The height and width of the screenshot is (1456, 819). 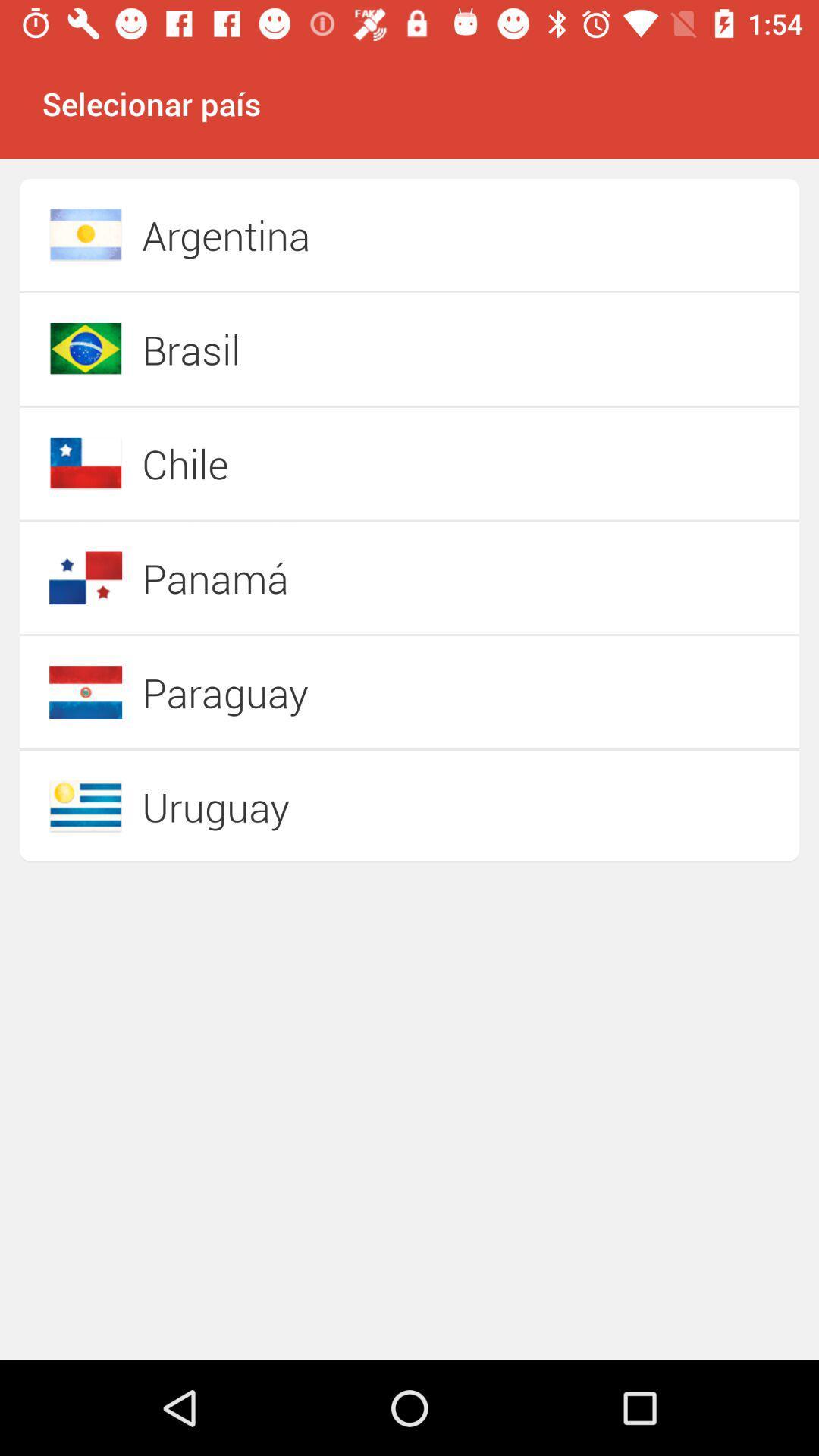 I want to click on icon above the brasil icon, so click(x=356, y=234).